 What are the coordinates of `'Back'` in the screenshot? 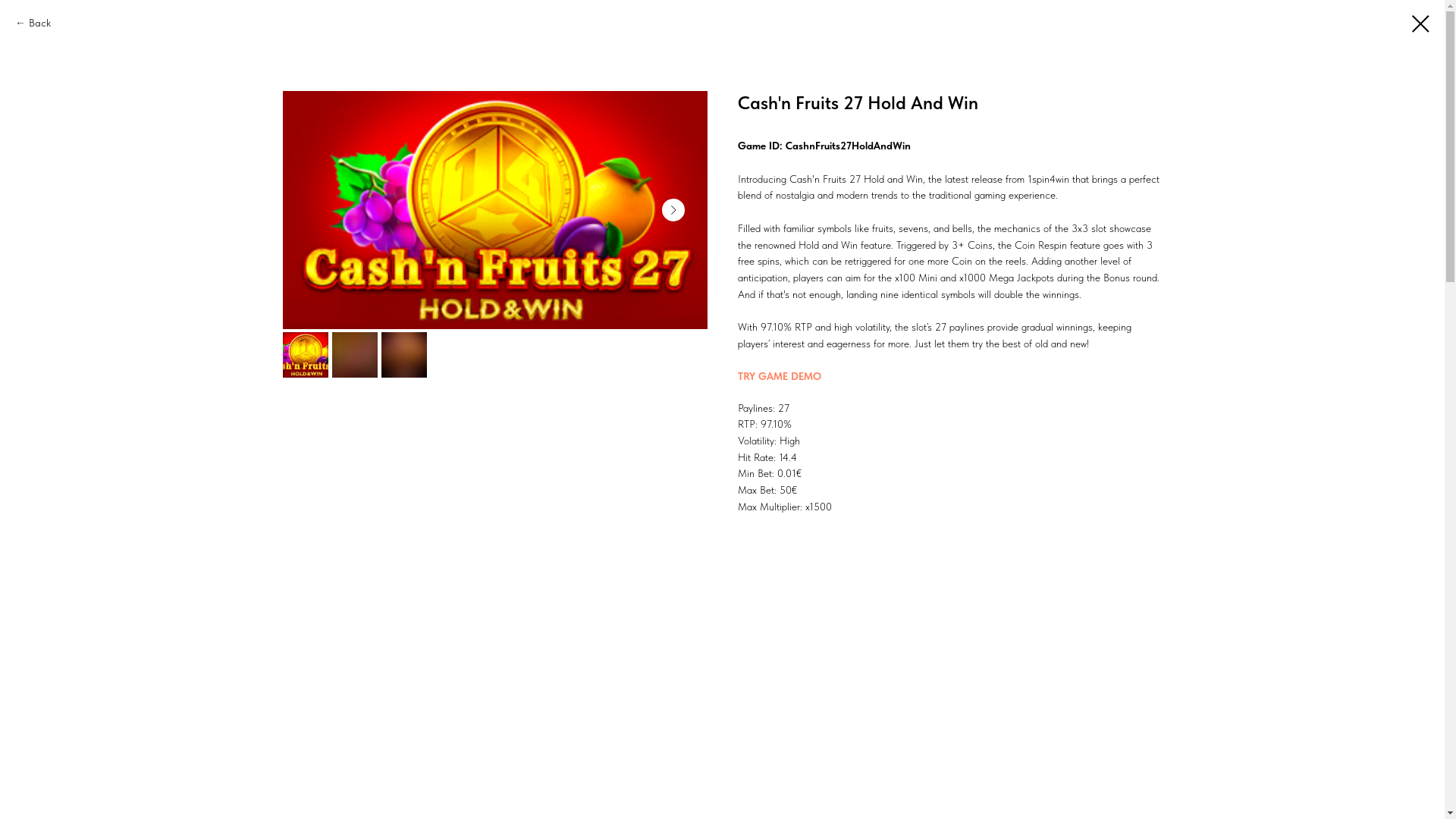 It's located at (33, 23).